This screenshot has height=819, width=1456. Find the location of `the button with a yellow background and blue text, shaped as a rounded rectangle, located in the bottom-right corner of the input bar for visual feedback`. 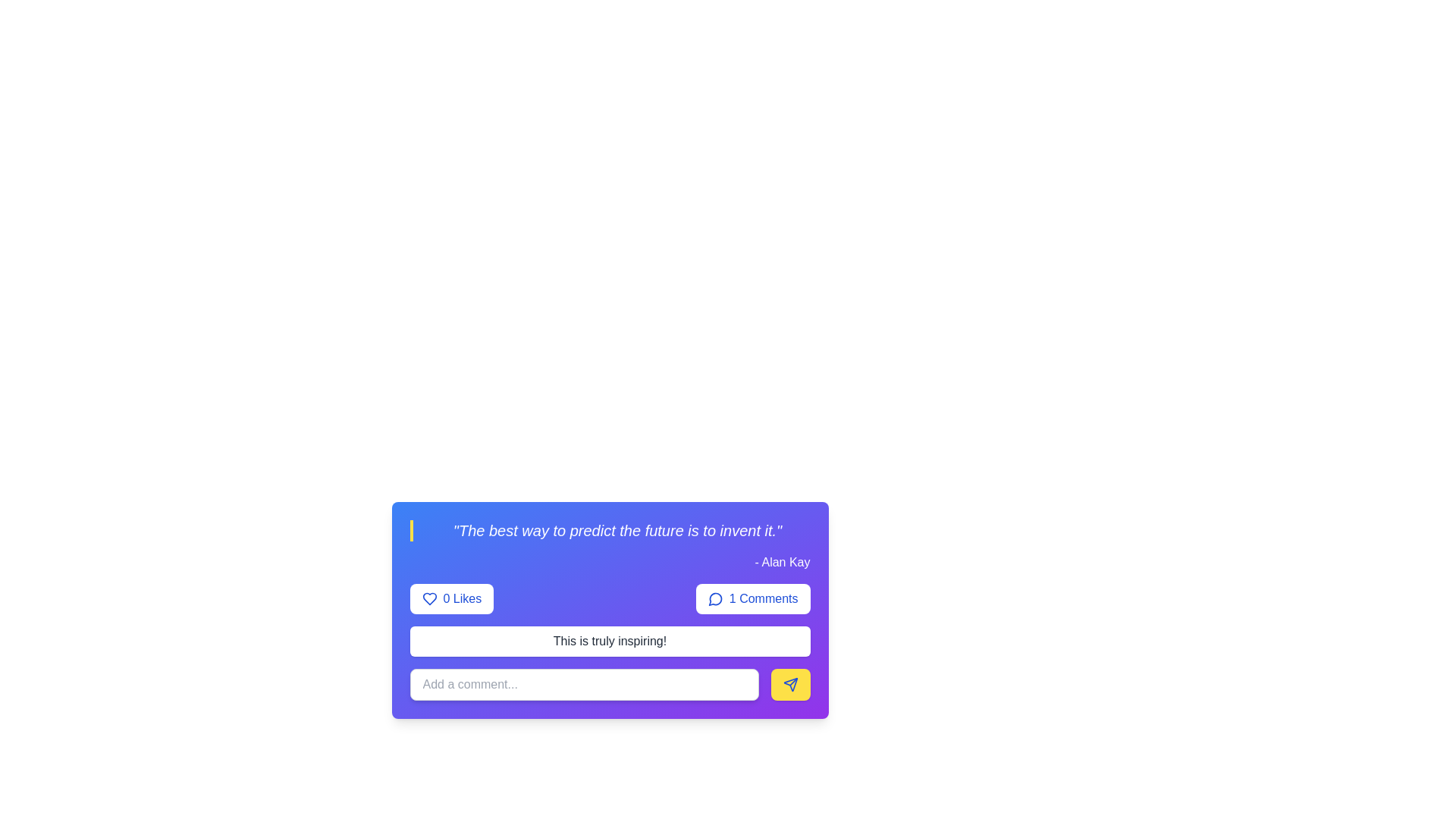

the button with a yellow background and blue text, shaped as a rounded rectangle, located in the bottom-right corner of the input bar for visual feedback is located at coordinates (789, 684).